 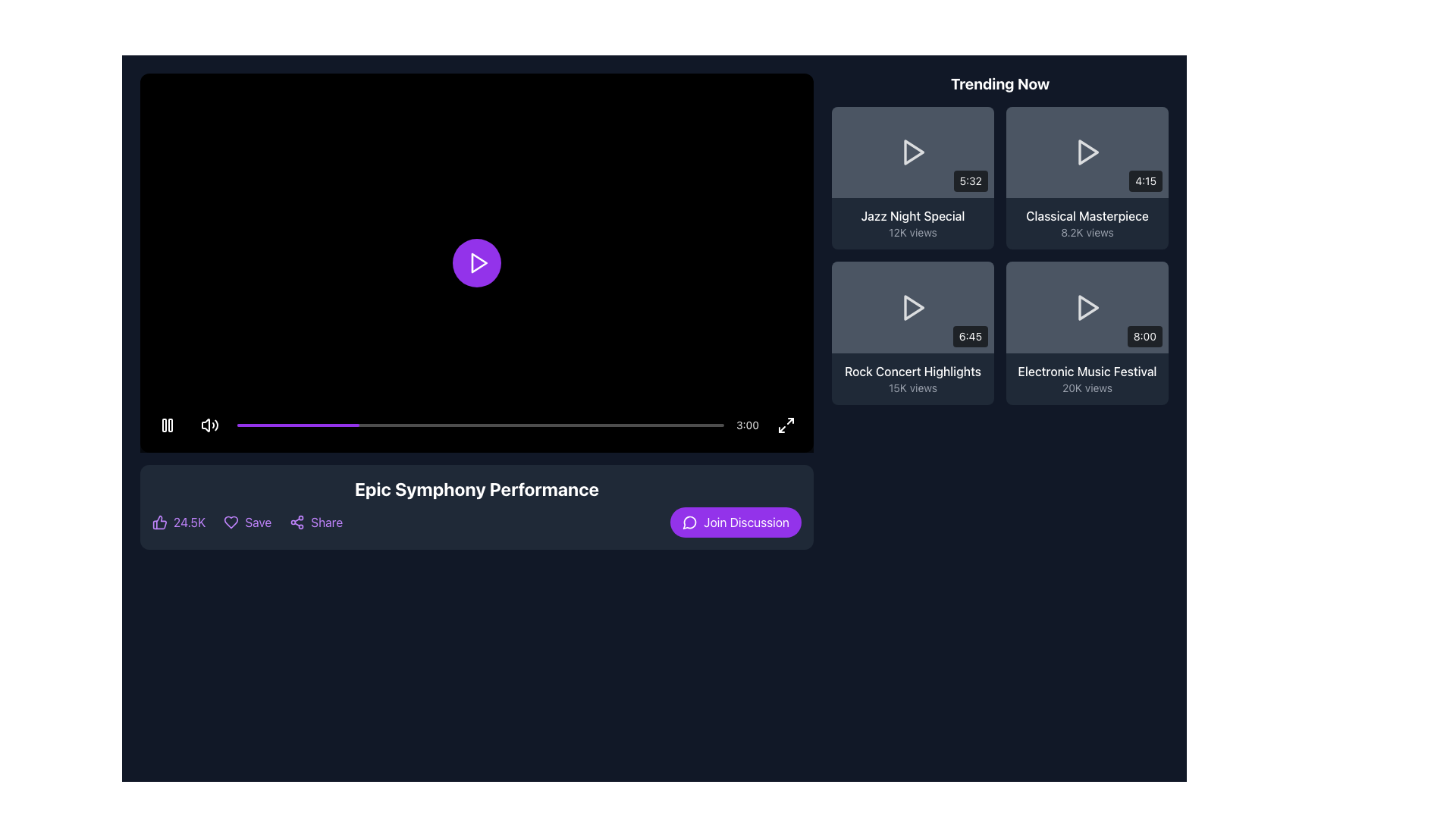 I want to click on the 'Save' button styled with a heart icon, which is purple and located between the 'Like' button and the 'Share' button, so click(x=247, y=521).